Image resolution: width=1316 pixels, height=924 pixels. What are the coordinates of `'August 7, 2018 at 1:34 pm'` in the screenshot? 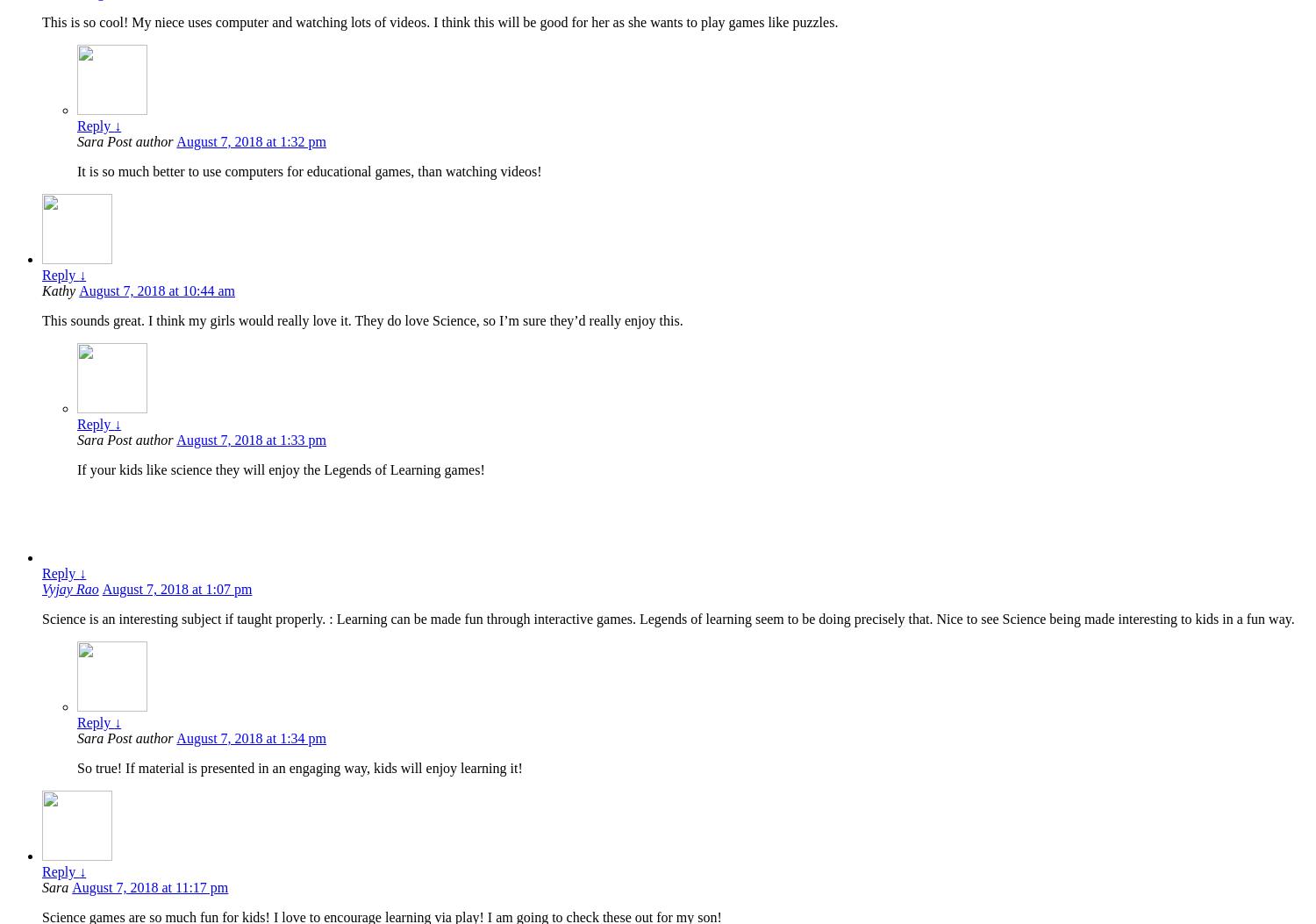 It's located at (175, 737).